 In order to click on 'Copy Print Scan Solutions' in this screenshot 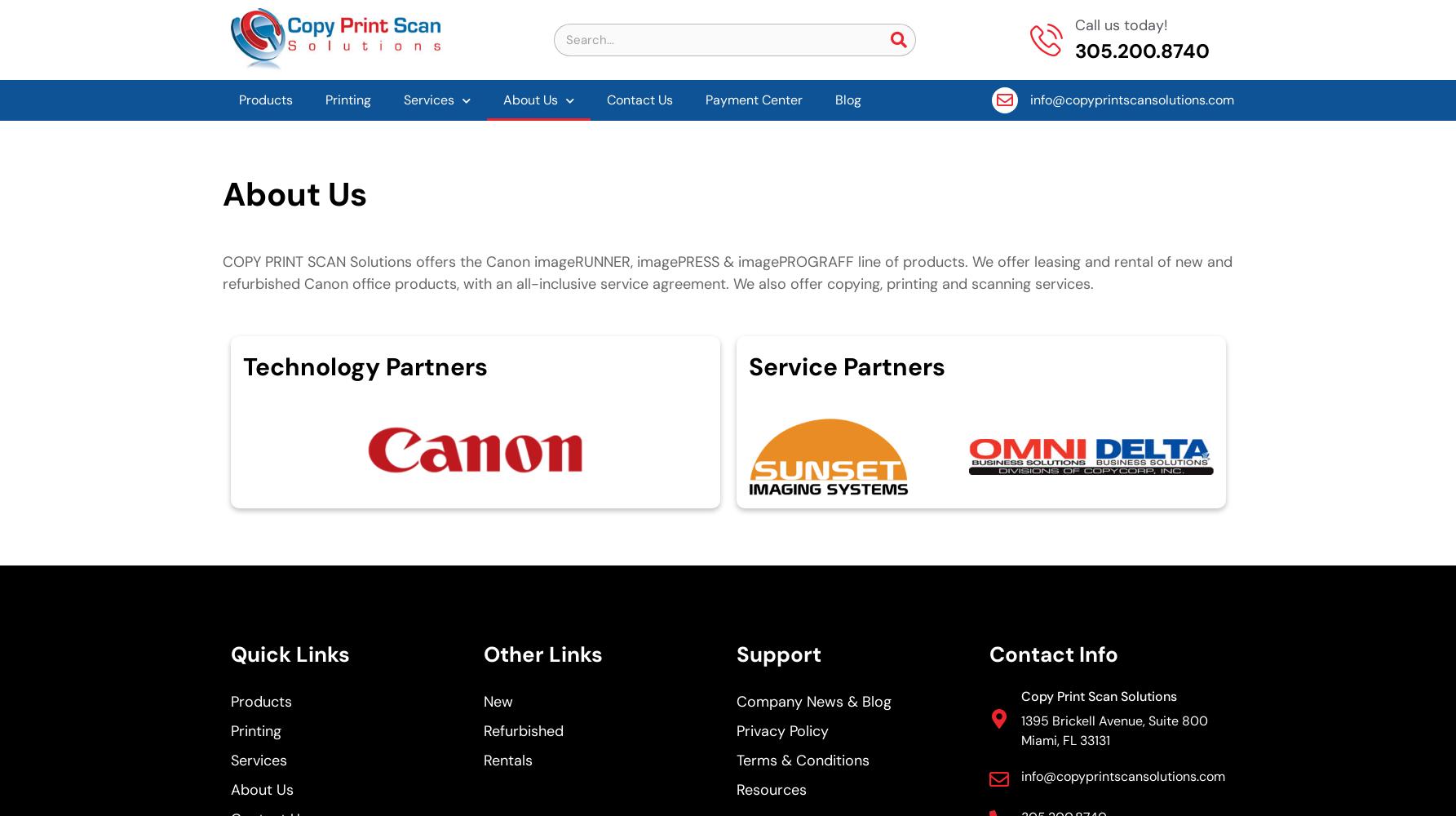, I will do `click(1098, 695)`.